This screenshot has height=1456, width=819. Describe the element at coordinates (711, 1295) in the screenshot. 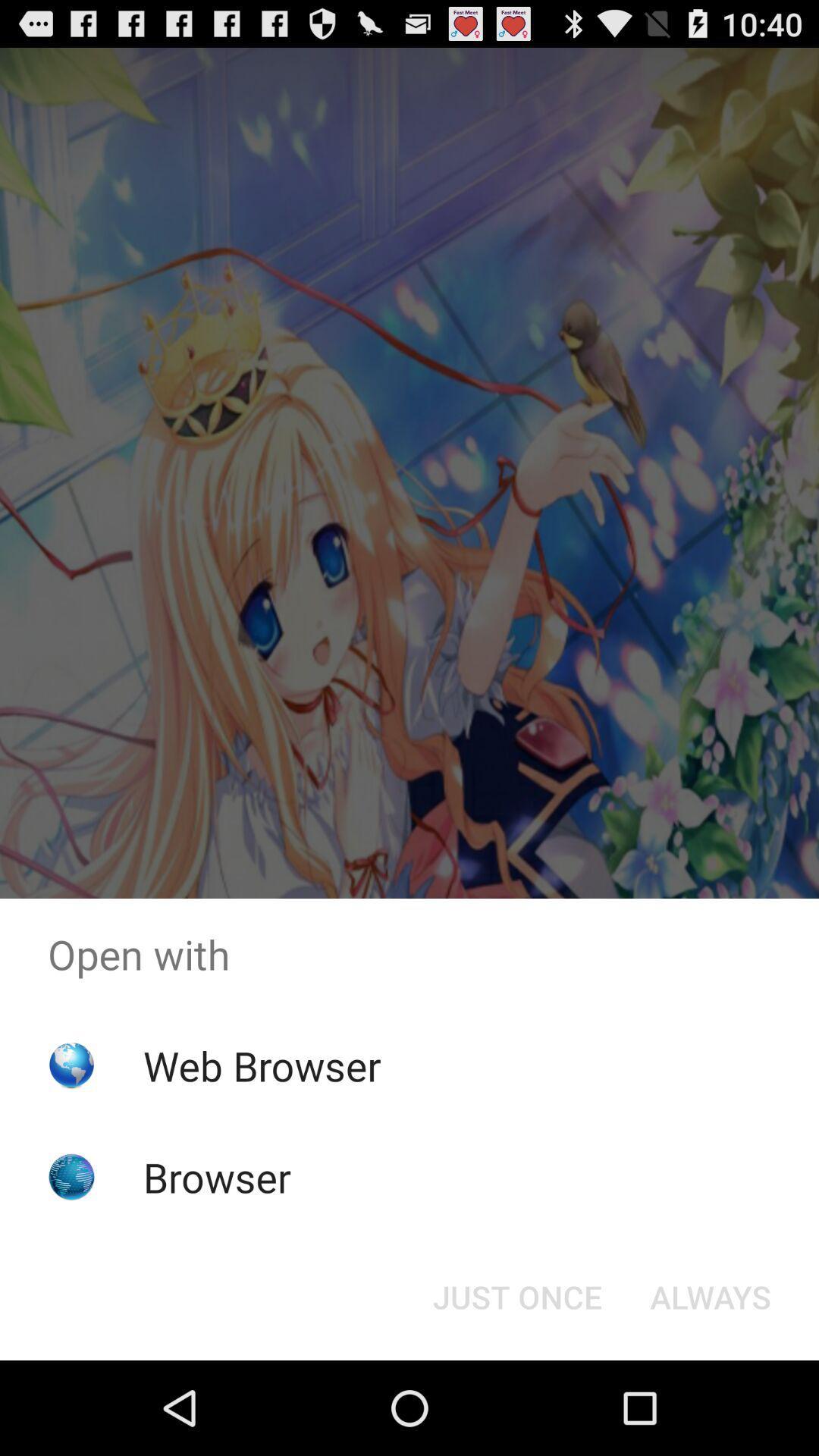

I see `item below open with app` at that location.